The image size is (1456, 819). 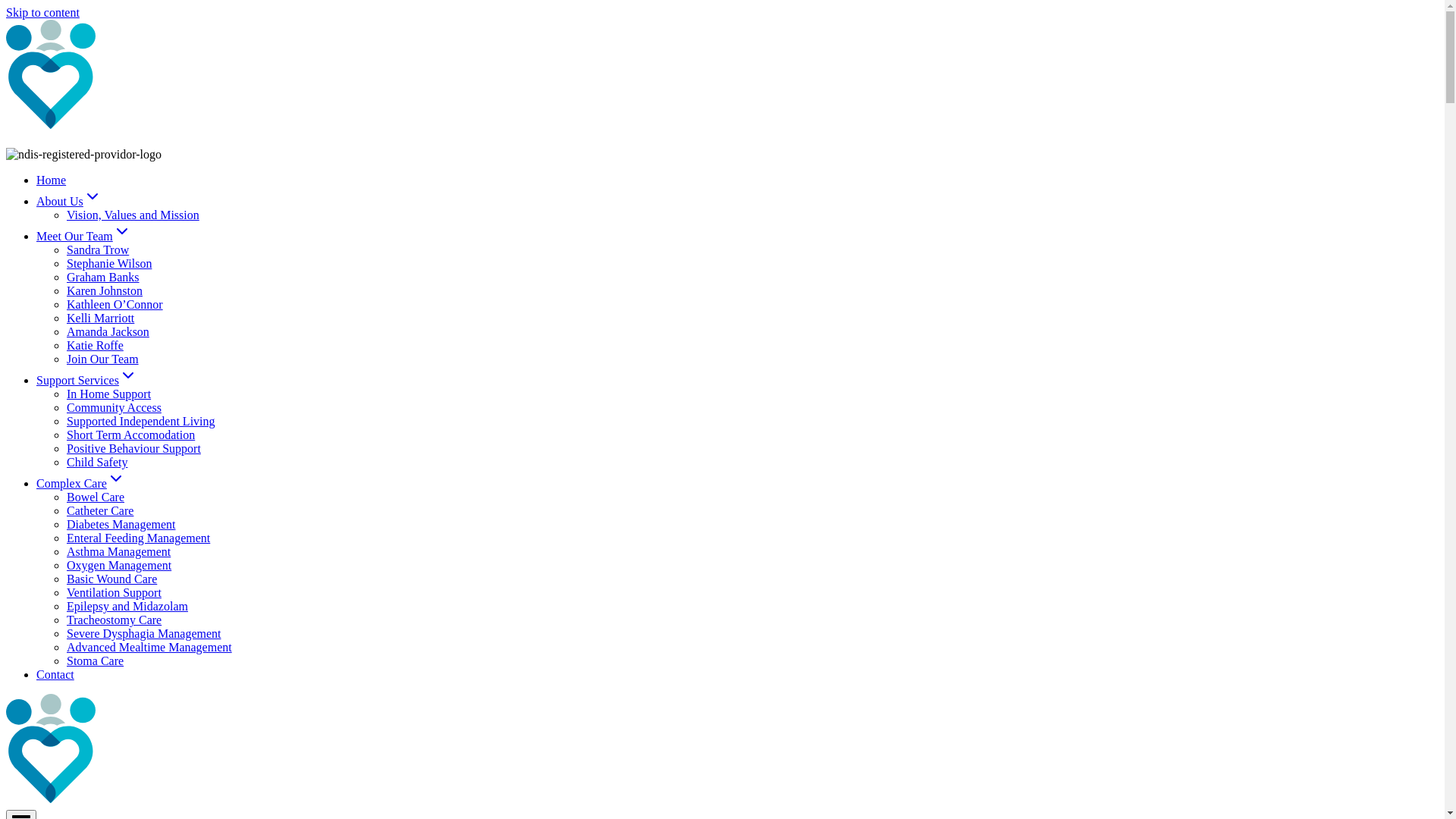 I want to click on 'Support ServicesExpand', so click(x=86, y=379).